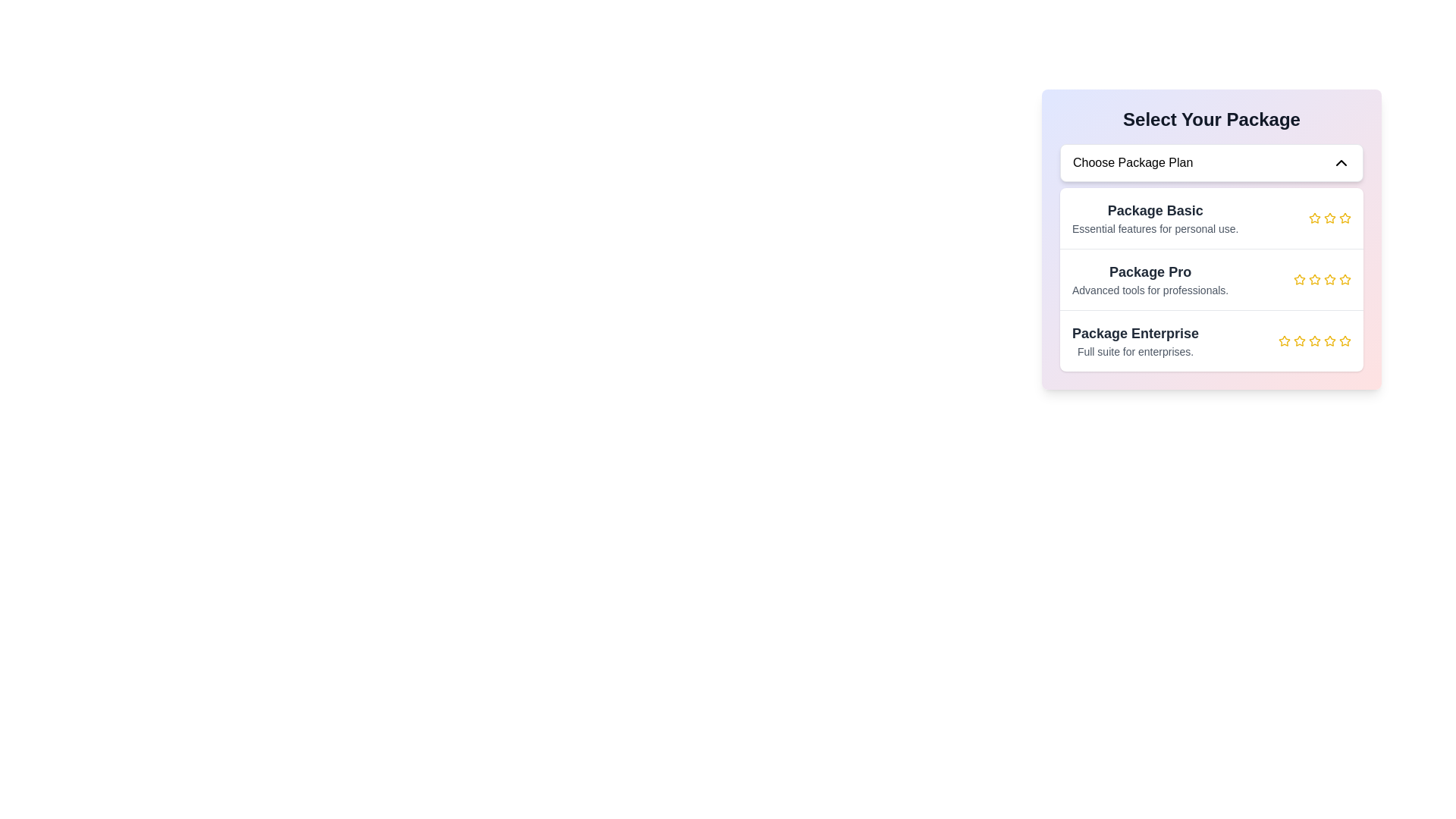 This screenshot has height=819, width=1456. Describe the element at coordinates (1313, 218) in the screenshot. I see `the first golden star icon in the horizontal arrangement associated with the 'Package Basic' entry in the package selection panel` at that location.